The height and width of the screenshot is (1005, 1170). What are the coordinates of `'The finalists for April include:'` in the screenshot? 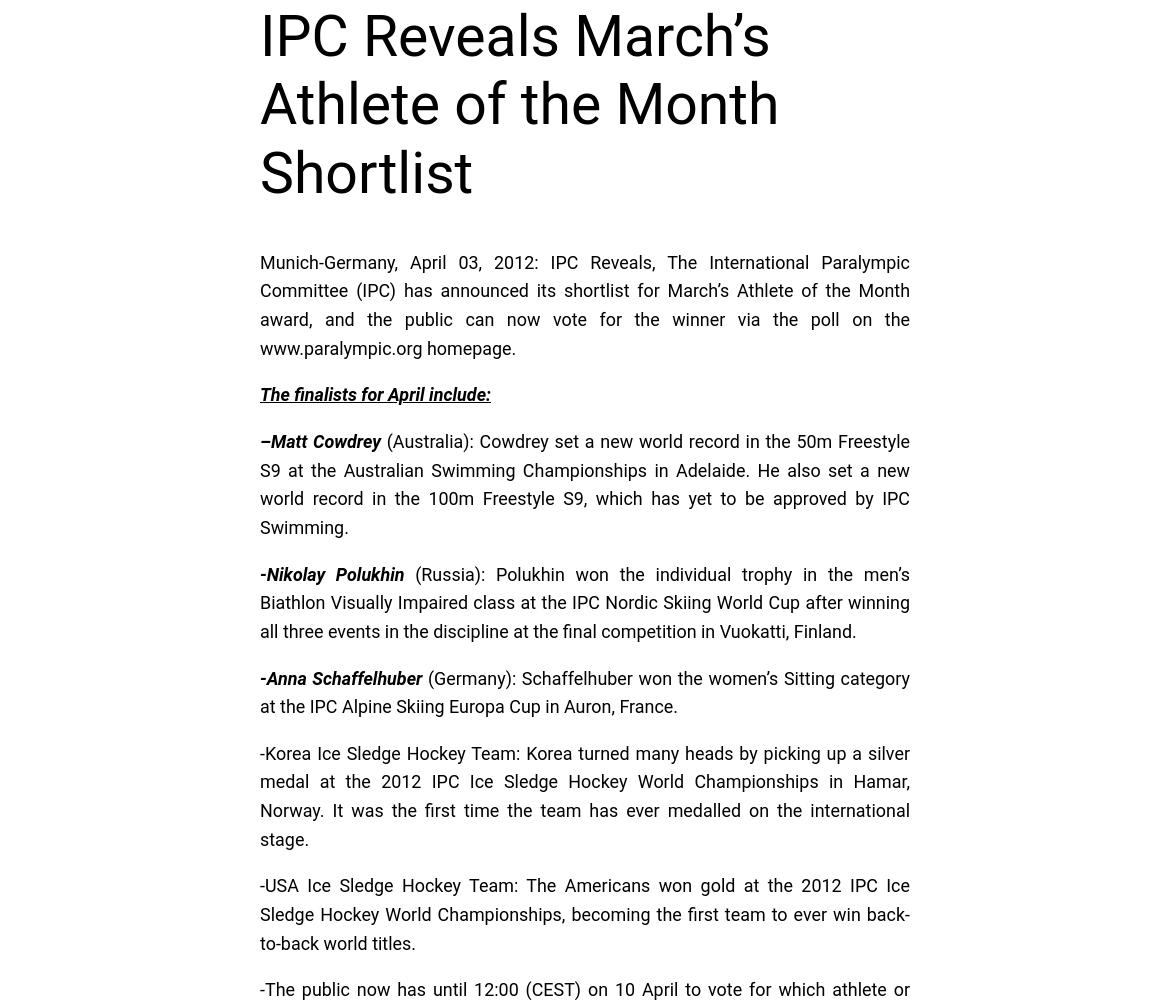 It's located at (374, 394).